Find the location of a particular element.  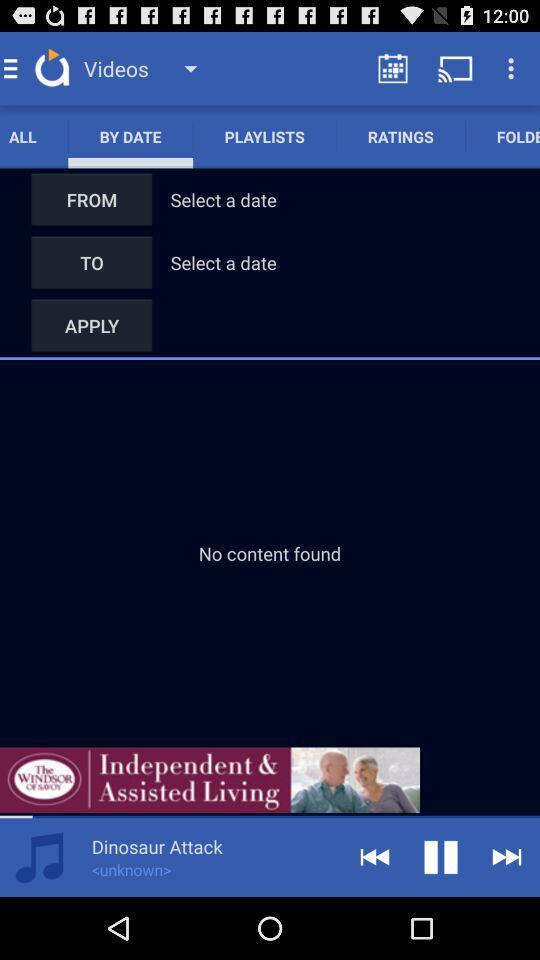

the av_rewind icon is located at coordinates (374, 917).